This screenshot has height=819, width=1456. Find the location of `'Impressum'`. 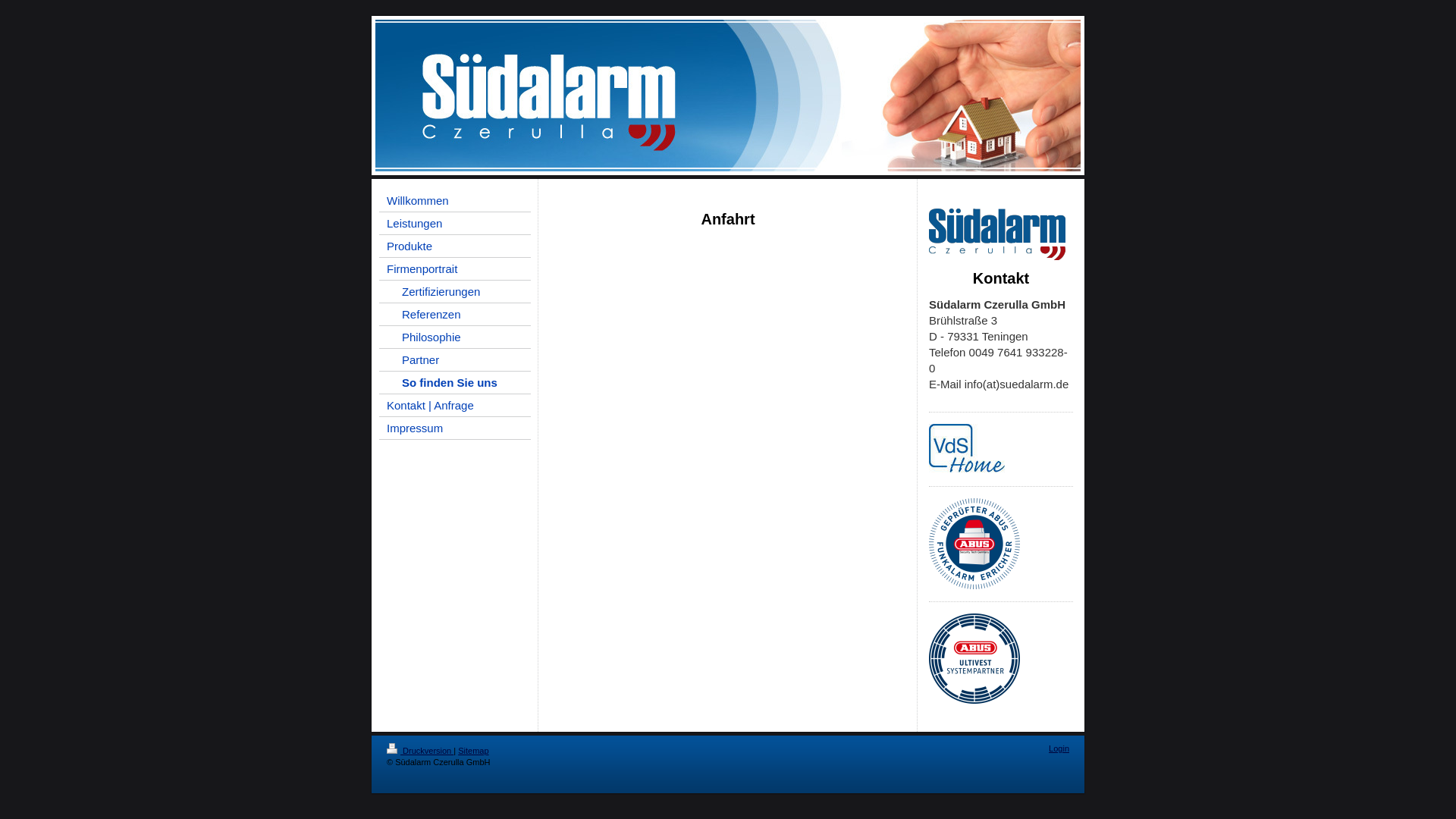

'Impressum' is located at coordinates (454, 428).